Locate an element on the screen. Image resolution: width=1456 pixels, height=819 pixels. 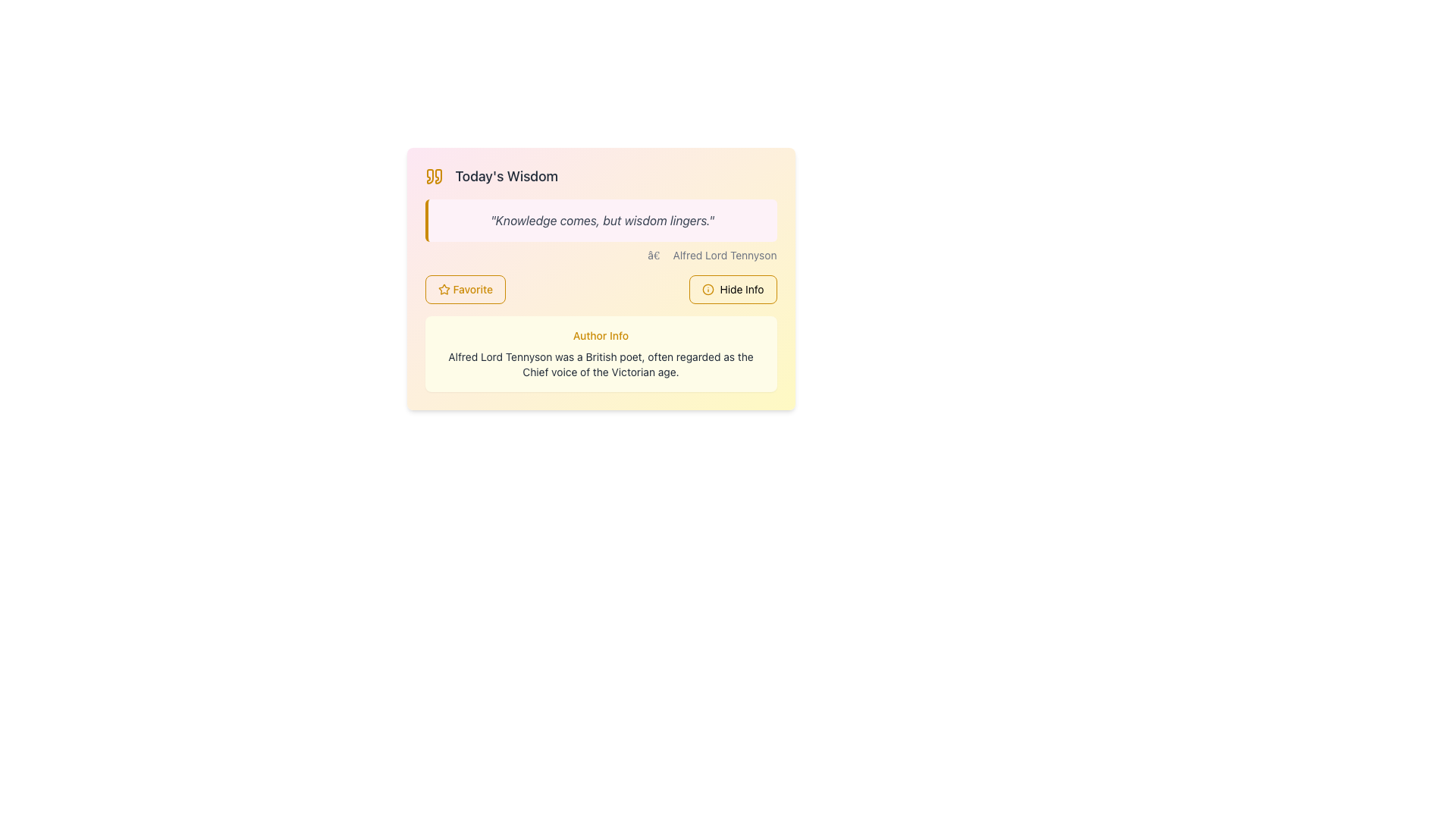
the Decorative Icon element, which is the left quotation mark of a pair, positioned at the upper left corner of the 'Today's Wisdom' card is located at coordinates (428, 175).